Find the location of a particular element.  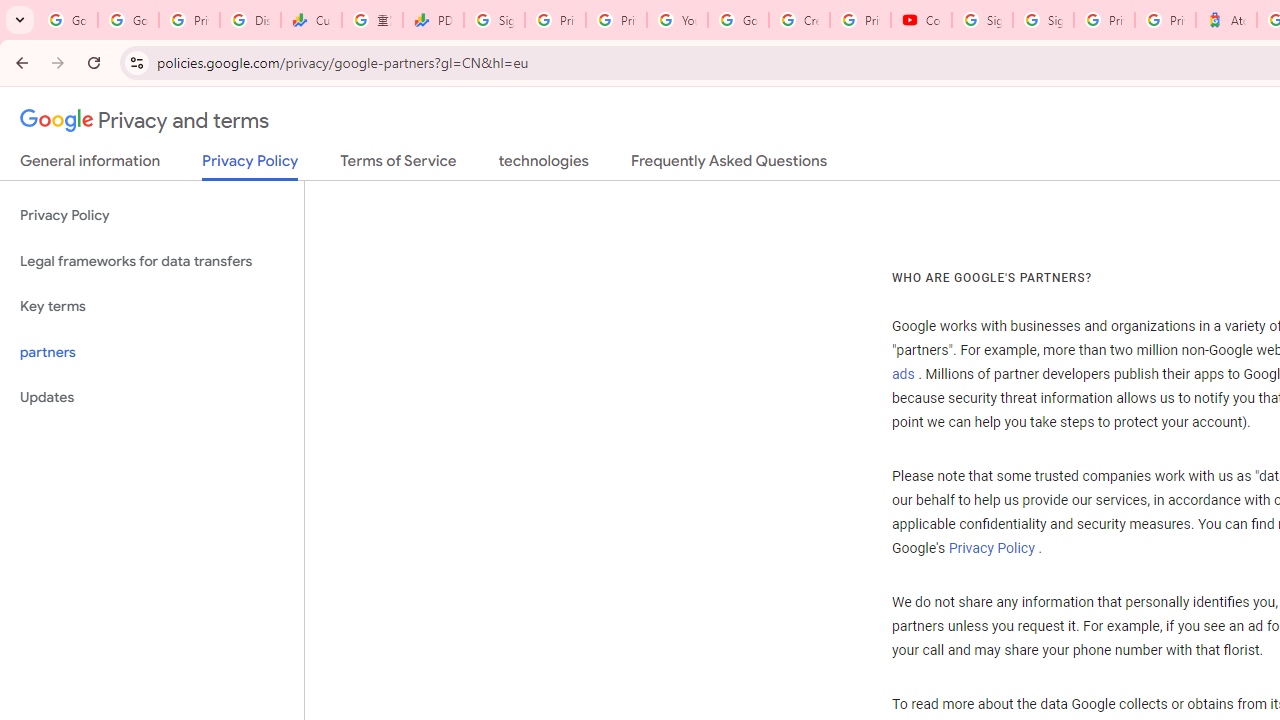

'Content Creator Programs & Opportunities - YouTube Creators' is located at coordinates (920, 20).